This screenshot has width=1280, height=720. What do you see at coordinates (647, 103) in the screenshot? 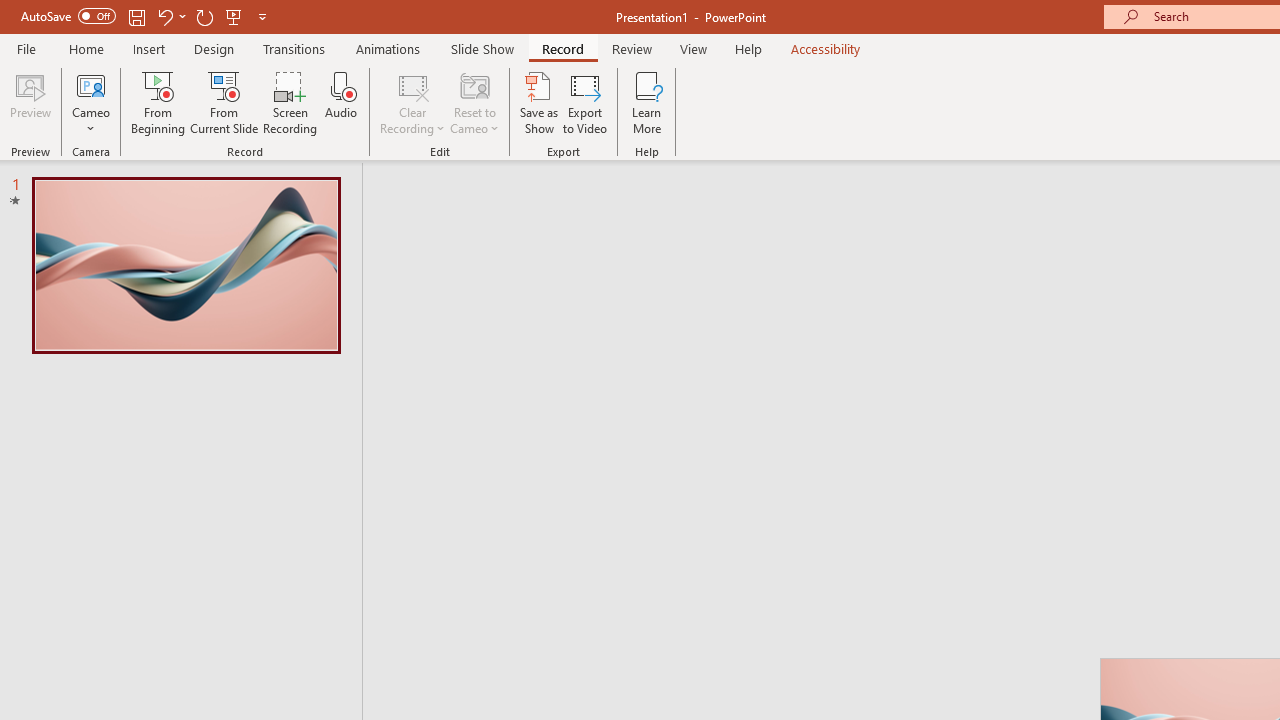
I see `'Learn More'` at bounding box center [647, 103].